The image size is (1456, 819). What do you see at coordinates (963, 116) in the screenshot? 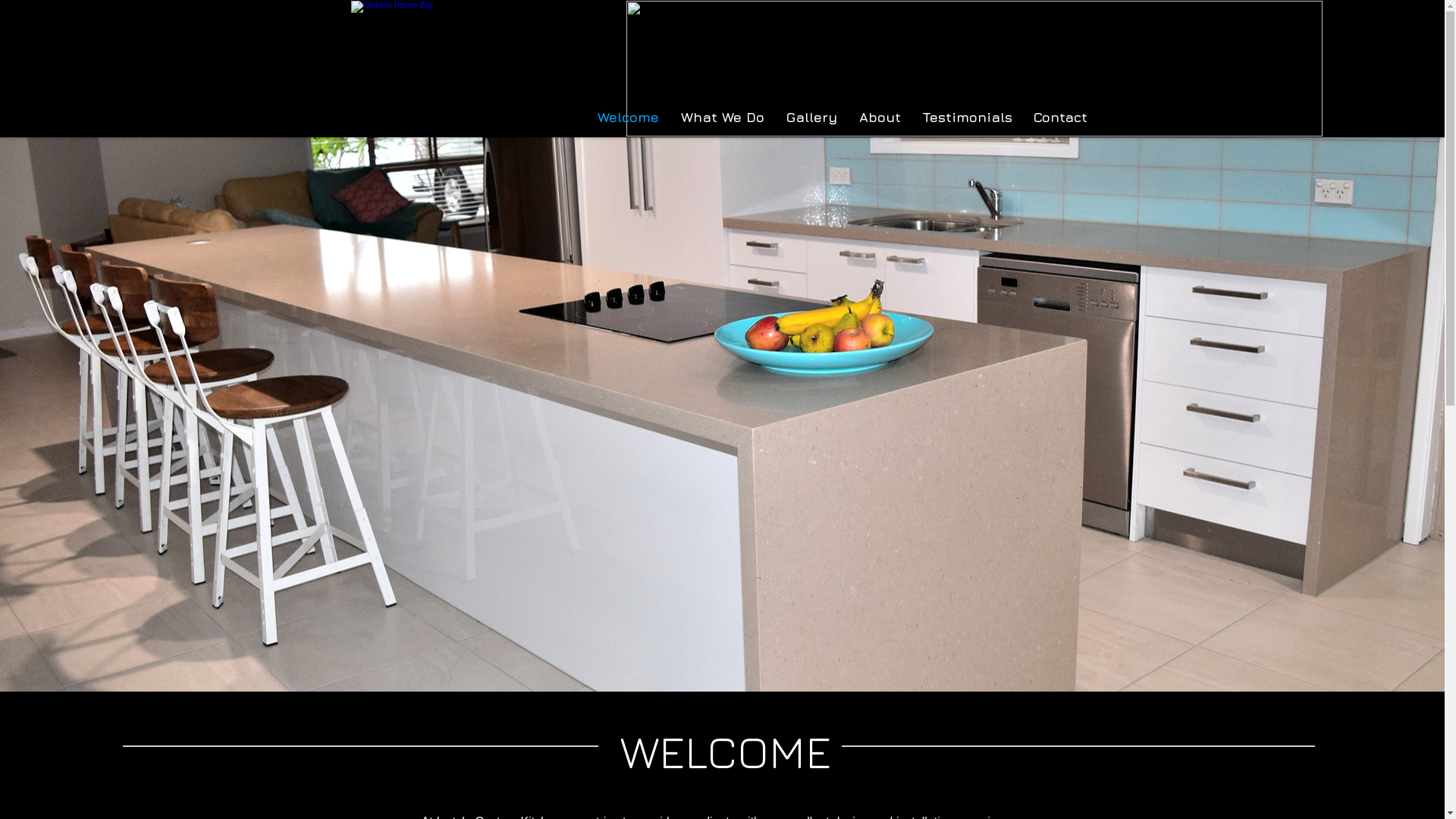
I see `'Testimonials'` at bounding box center [963, 116].